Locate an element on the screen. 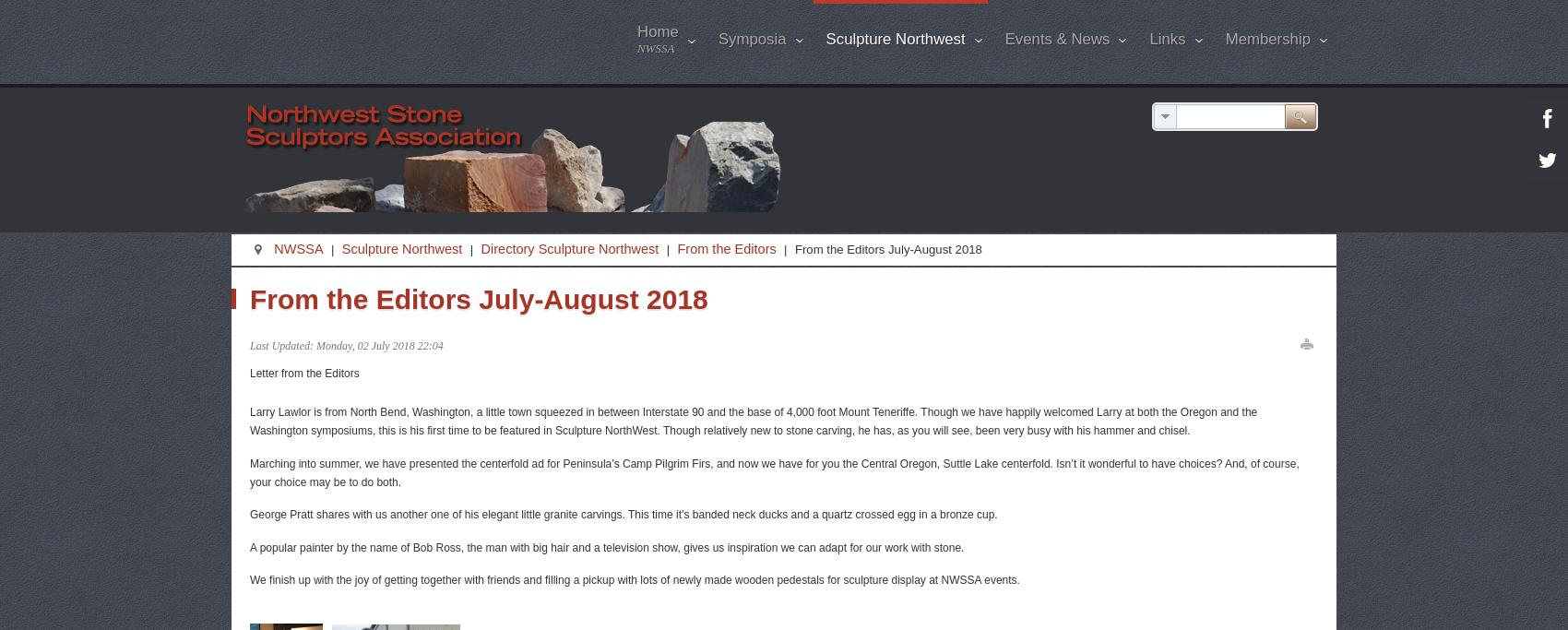 Image resolution: width=1568 pixels, height=630 pixels. 'Directory Sculpture Northwest' is located at coordinates (568, 247).